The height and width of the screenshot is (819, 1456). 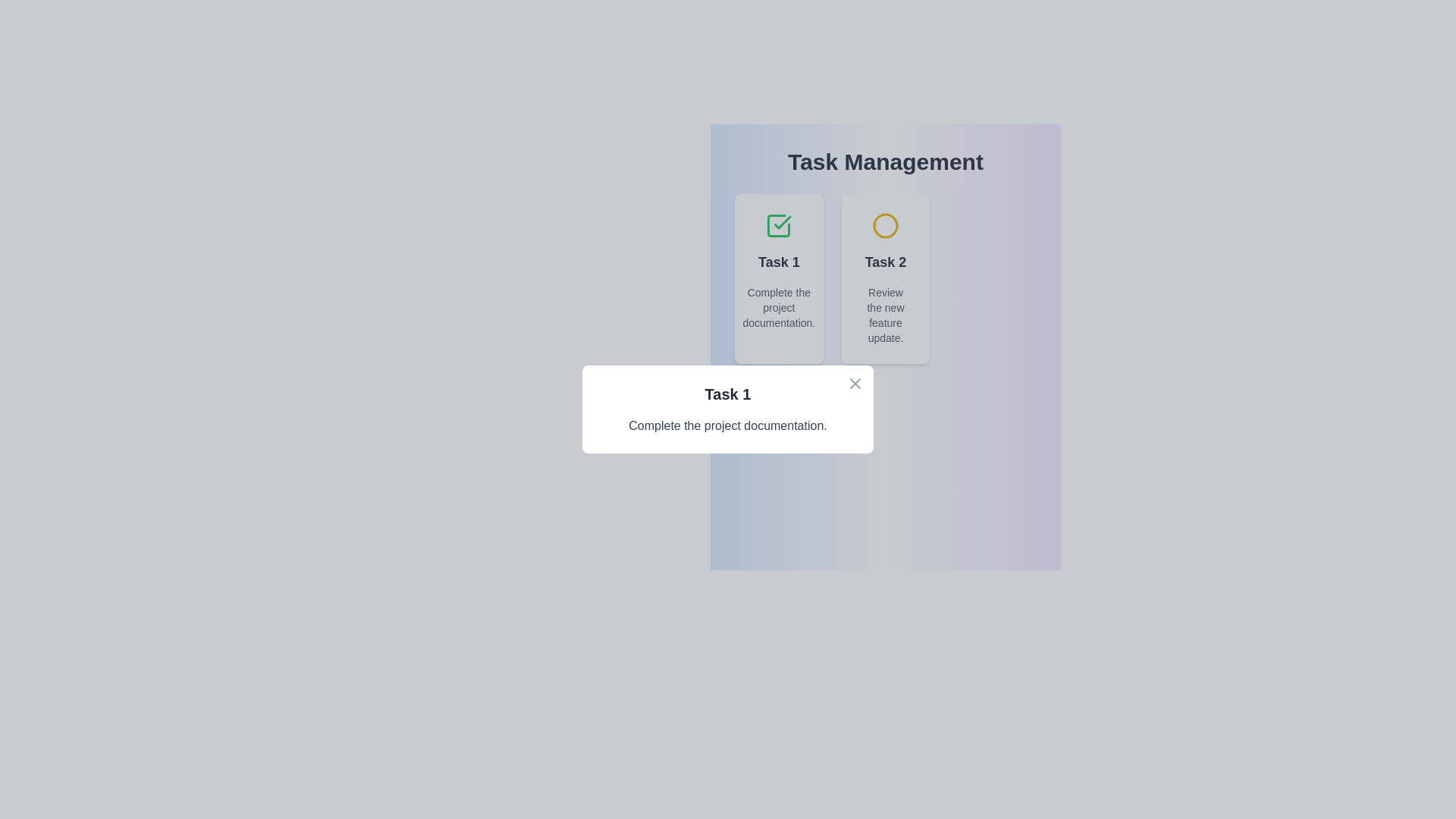 What do you see at coordinates (885, 225) in the screenshot?
I see `the circular icon associated with 'Task 2'` at bounding box center [885, 225].